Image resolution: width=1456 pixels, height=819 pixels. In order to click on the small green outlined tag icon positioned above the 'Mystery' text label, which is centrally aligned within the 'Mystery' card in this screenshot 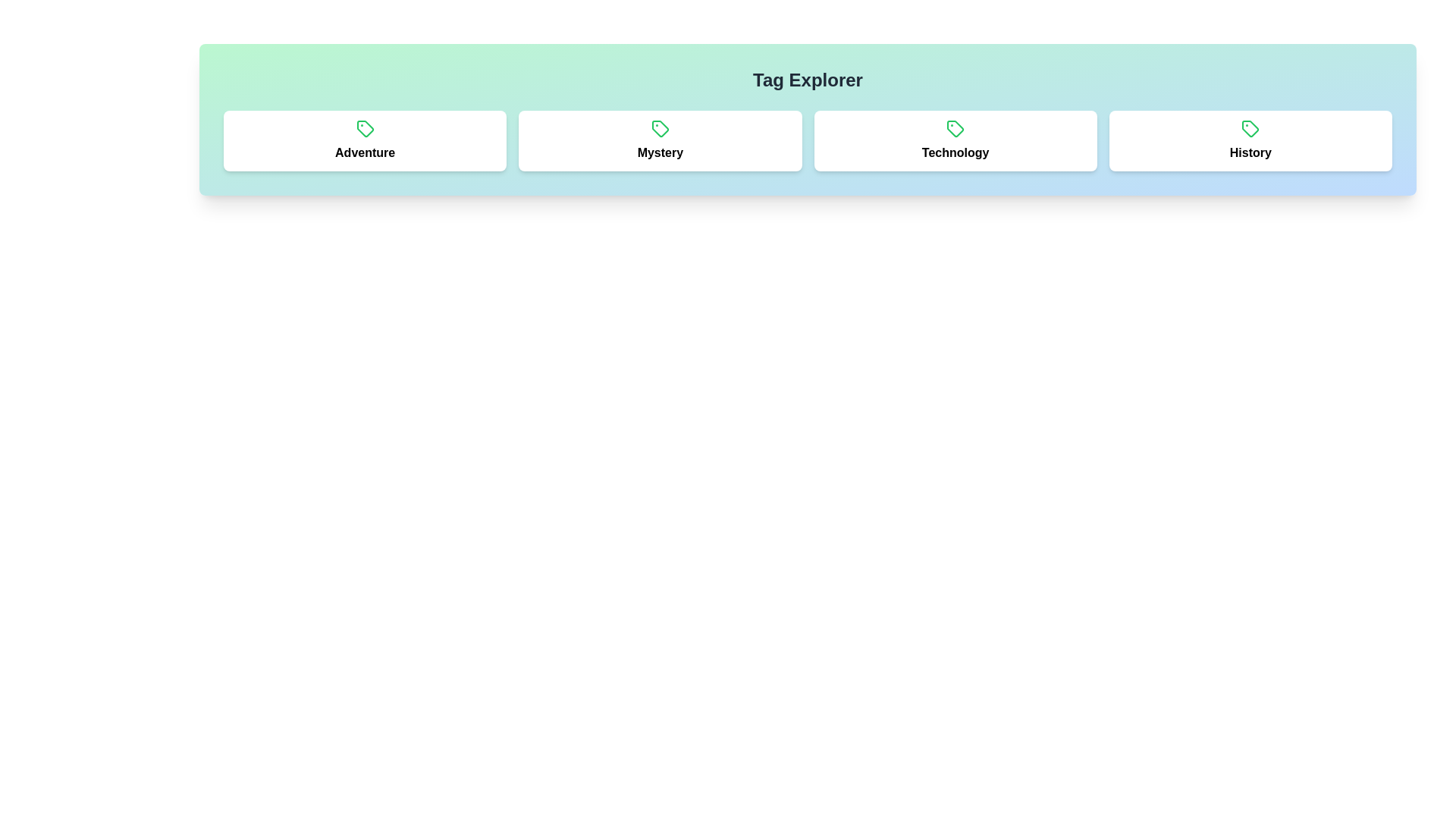, I will do `click(660, 127)`.